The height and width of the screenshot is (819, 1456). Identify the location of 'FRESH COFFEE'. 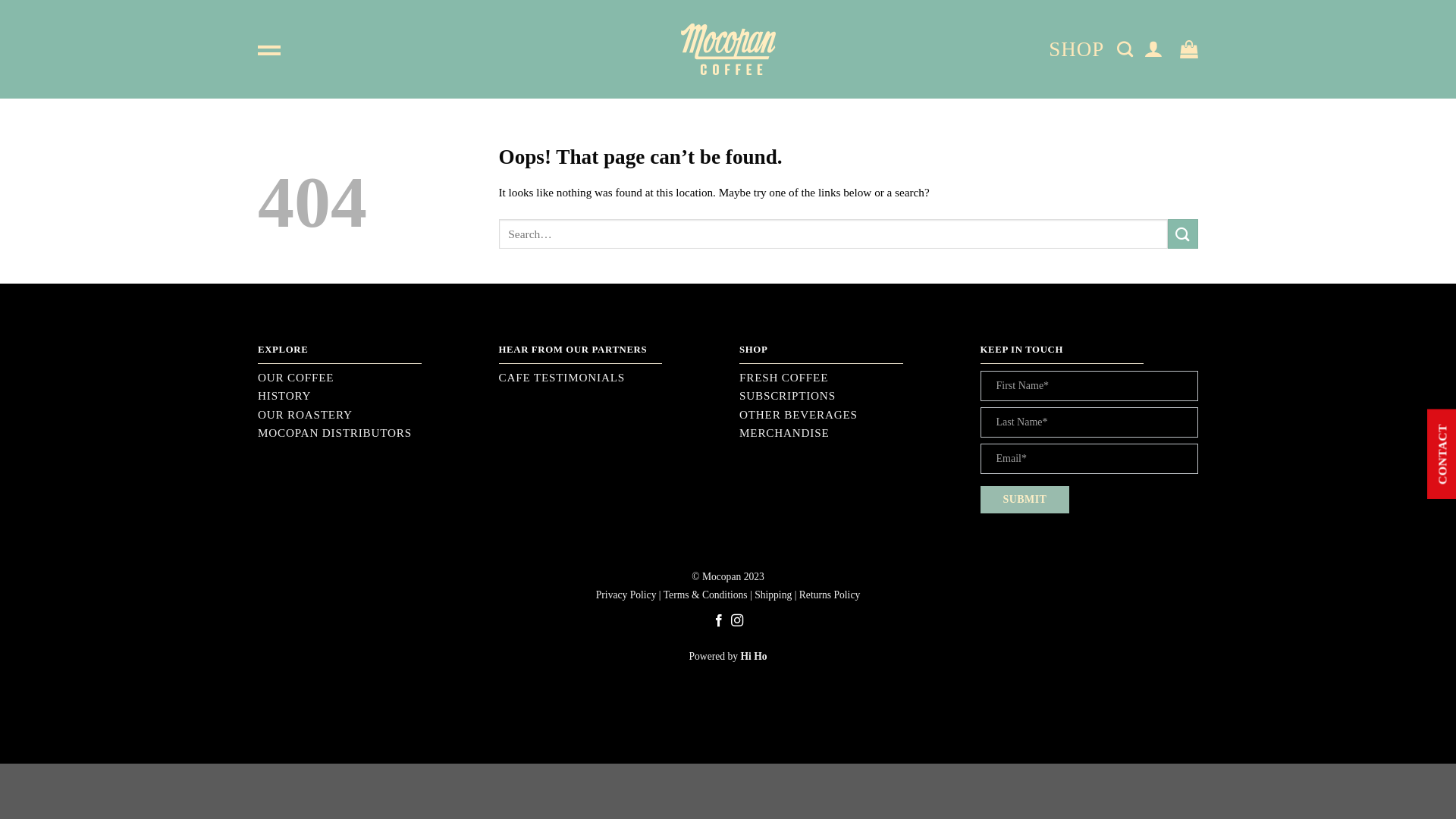
(739, 376).